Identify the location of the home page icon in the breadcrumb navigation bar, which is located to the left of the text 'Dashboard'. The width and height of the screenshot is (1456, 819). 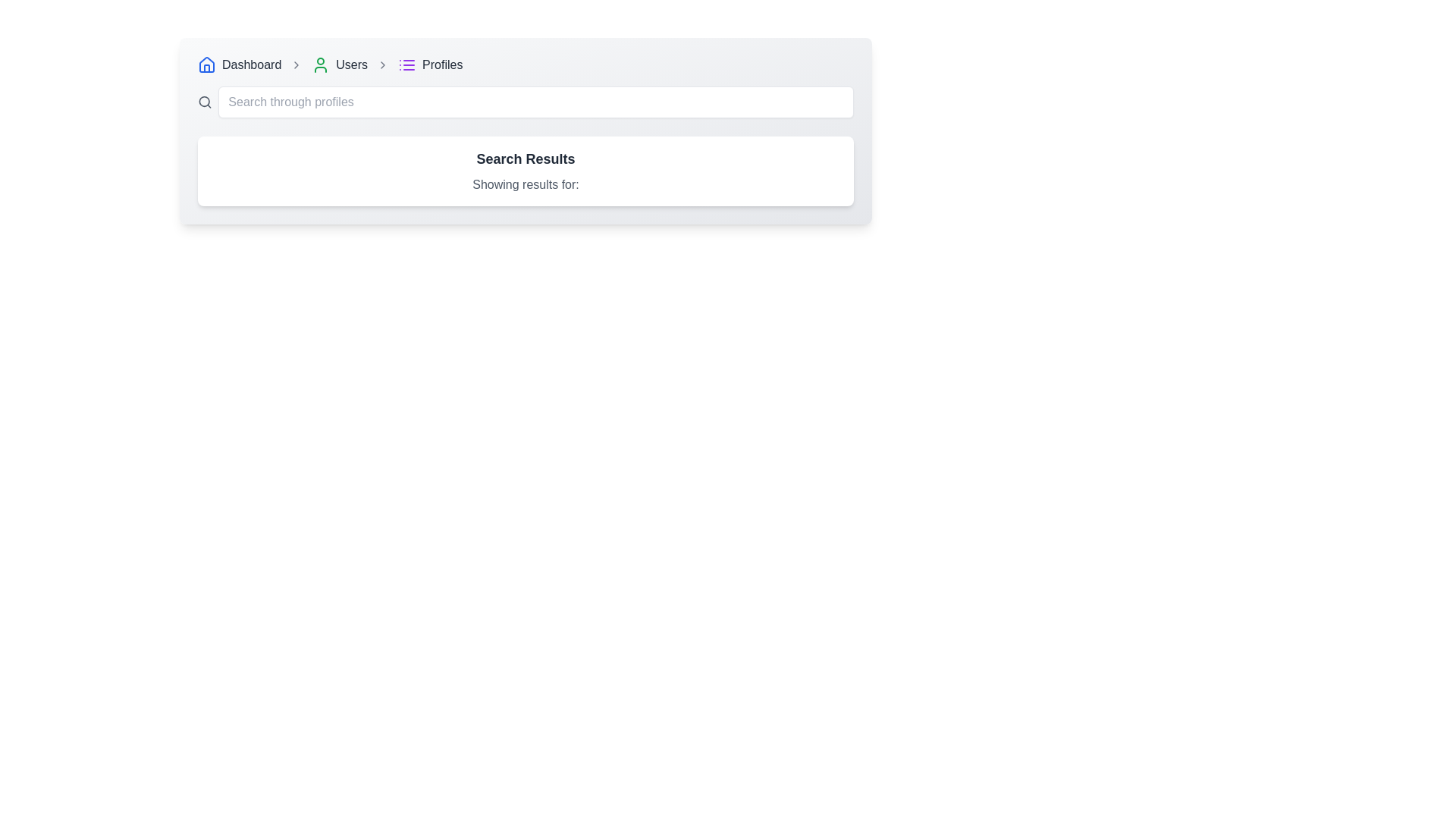
(206, 64).